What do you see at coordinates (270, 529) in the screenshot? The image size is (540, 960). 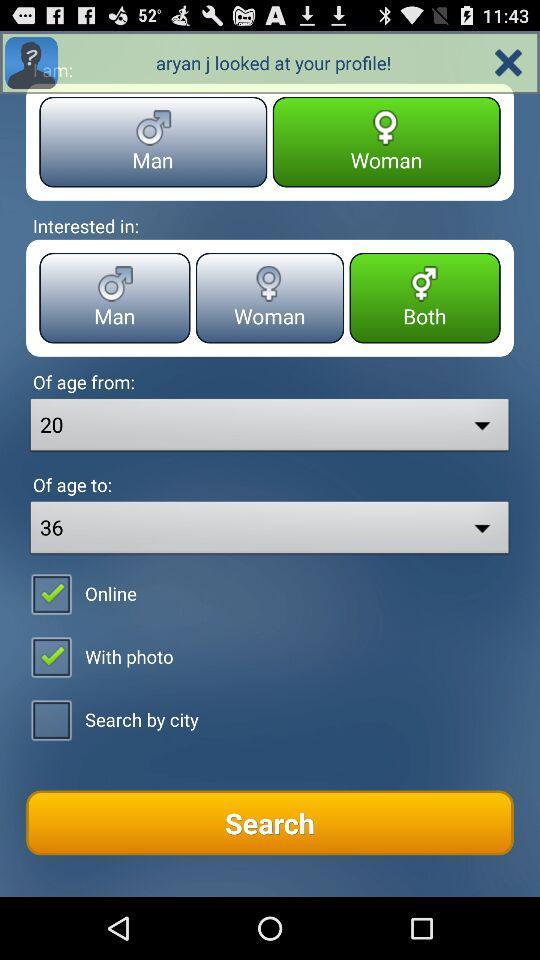 I see `dropdown below the text called of age to` at bounding box center [270, 529].